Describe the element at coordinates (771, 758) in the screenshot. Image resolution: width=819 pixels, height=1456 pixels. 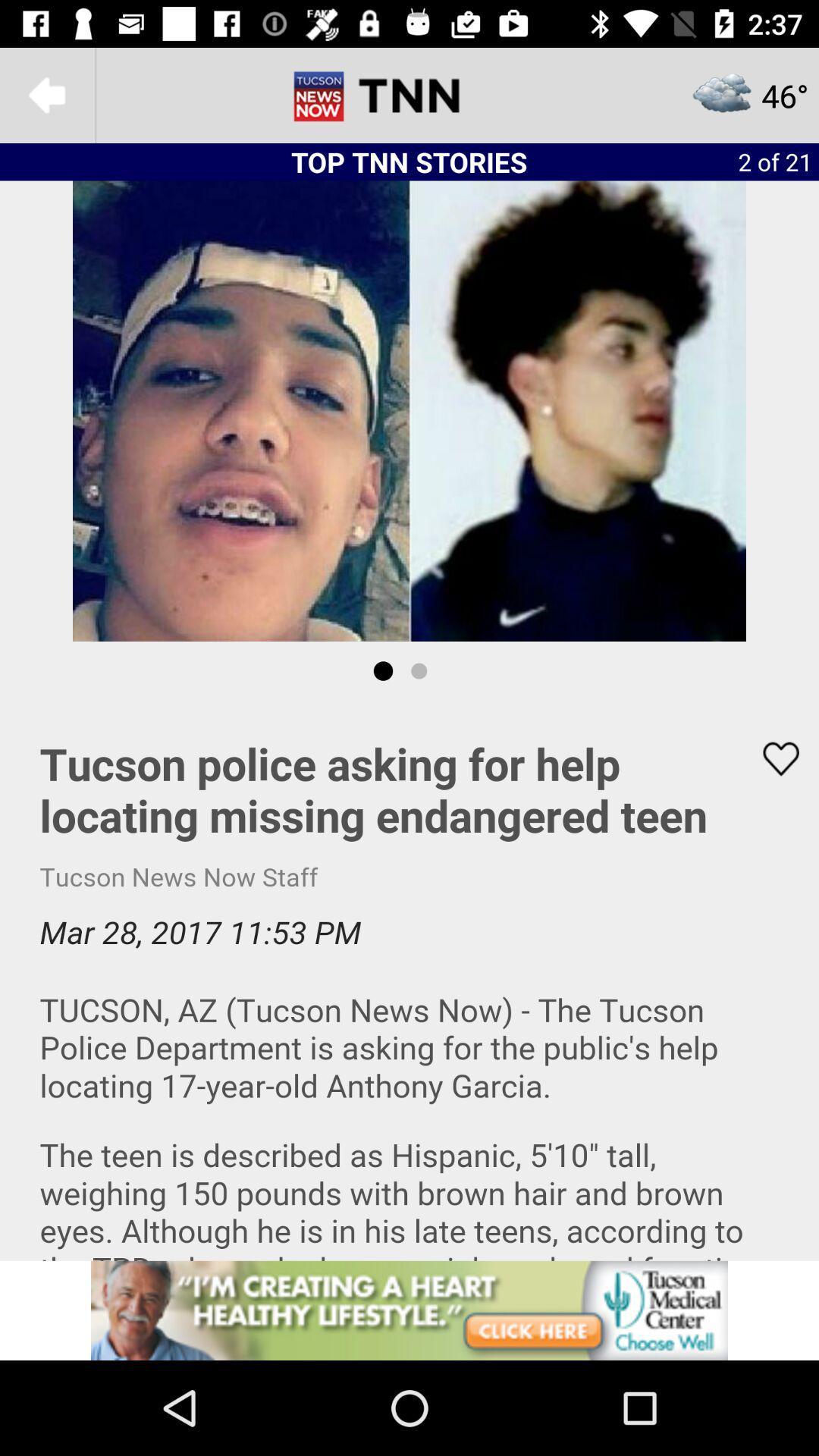
I see `the favorite icon` at that location.